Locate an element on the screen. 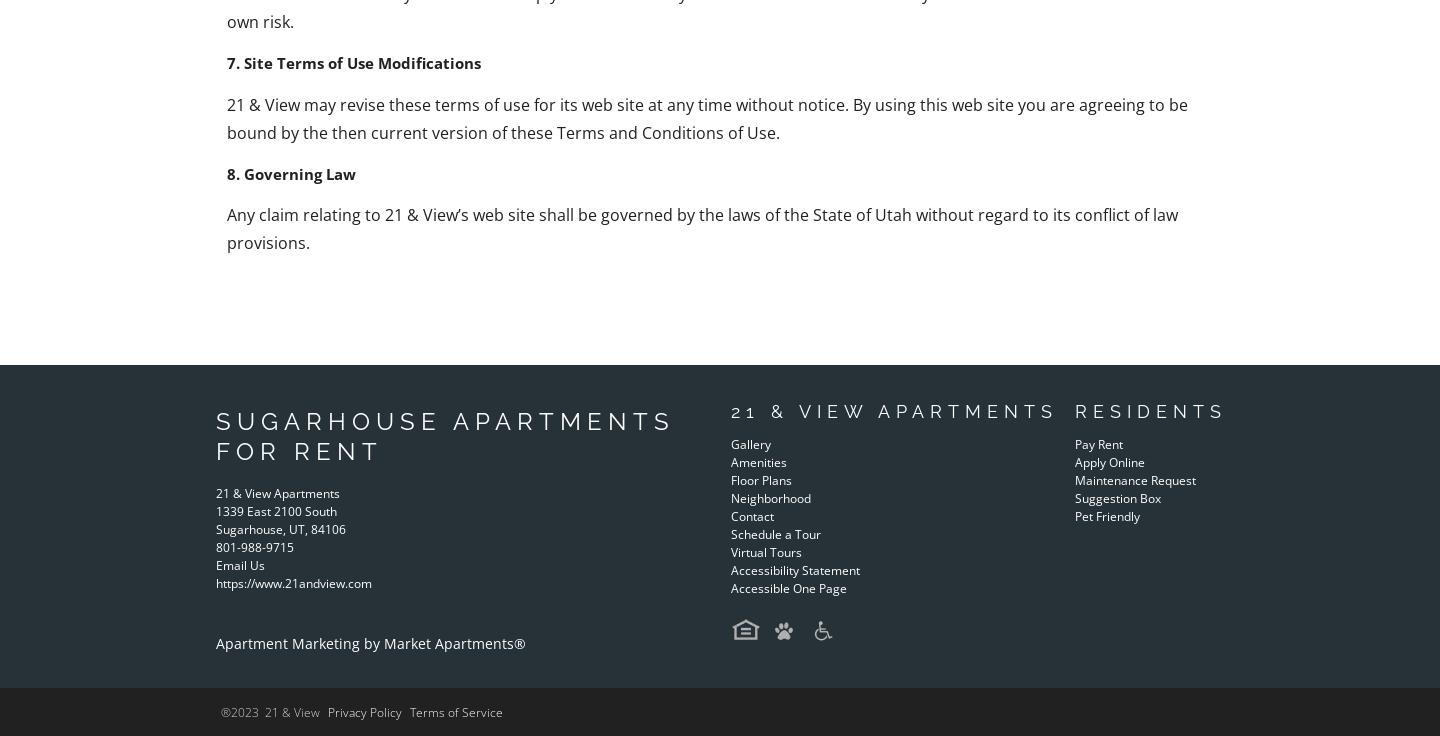 Image resolution: width=1440 pixels, height=736 pixels. 'Email Us' is located at coordinates (240, 563).